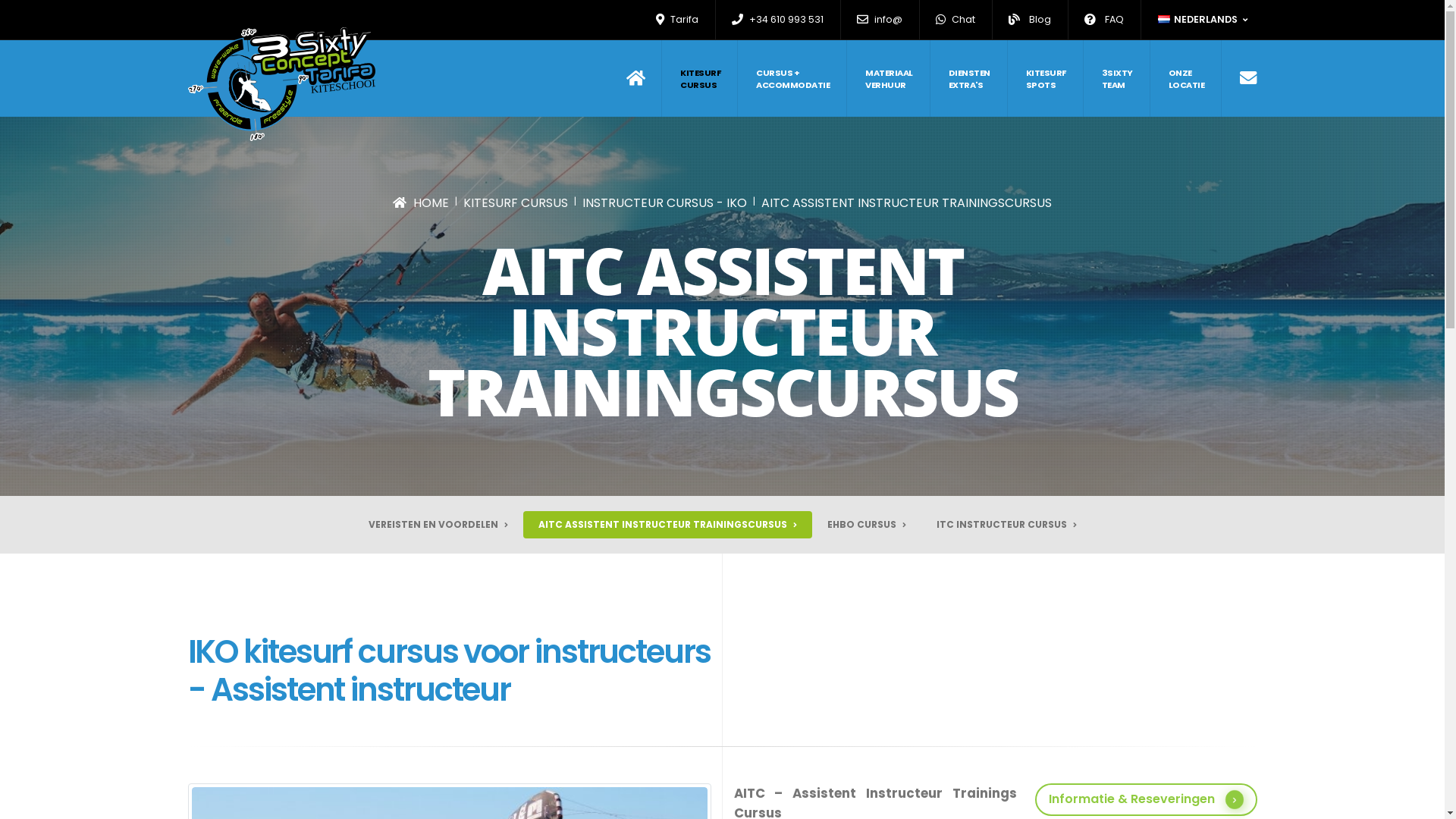 This screenshot has width=1456, height=819. Describe the element at coordinates (879, 20) in the screenshot. I see `'info@'` at that location.